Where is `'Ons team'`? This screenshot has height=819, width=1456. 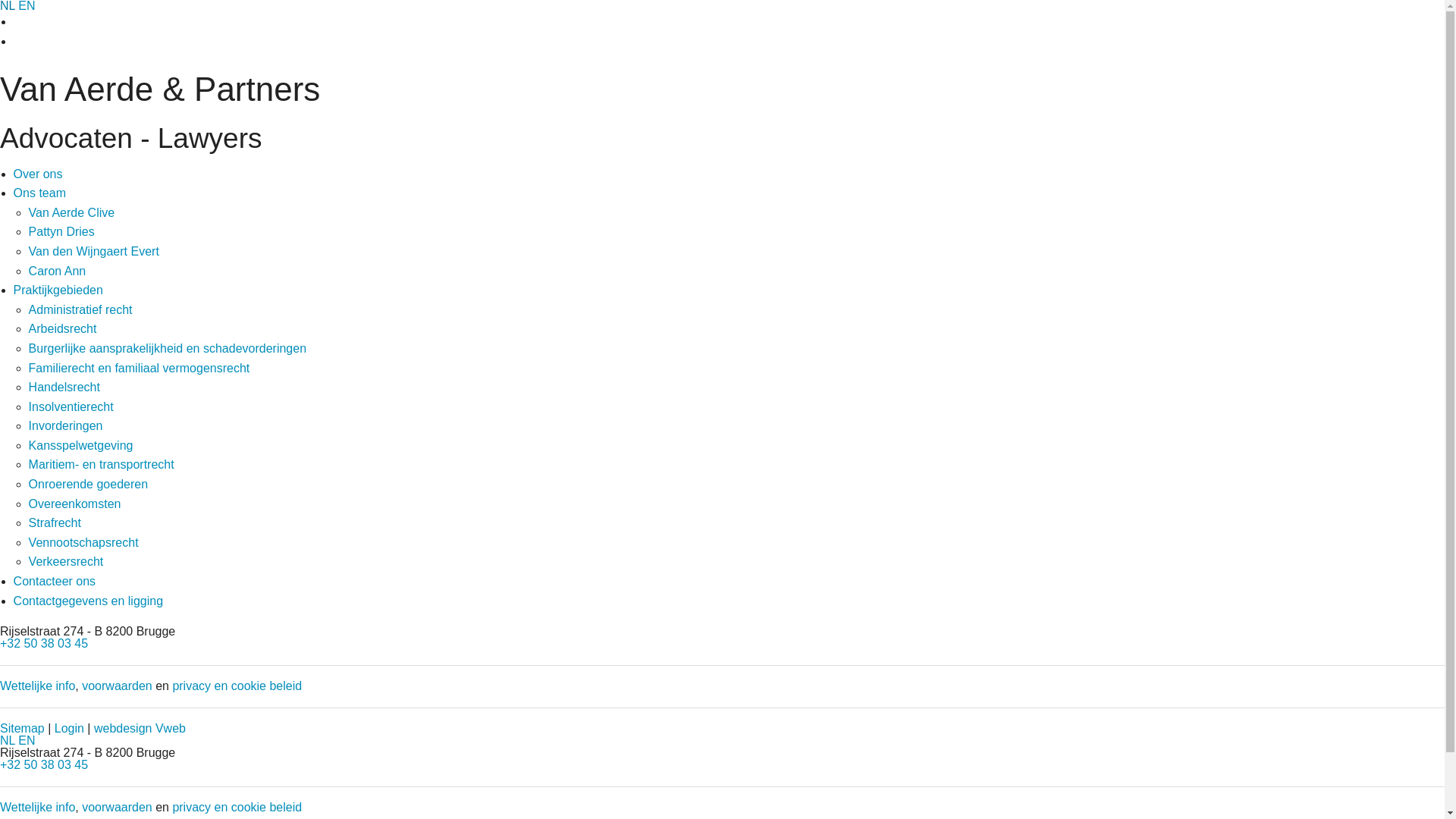
'Ons team' is located at coordinates (39, 192).